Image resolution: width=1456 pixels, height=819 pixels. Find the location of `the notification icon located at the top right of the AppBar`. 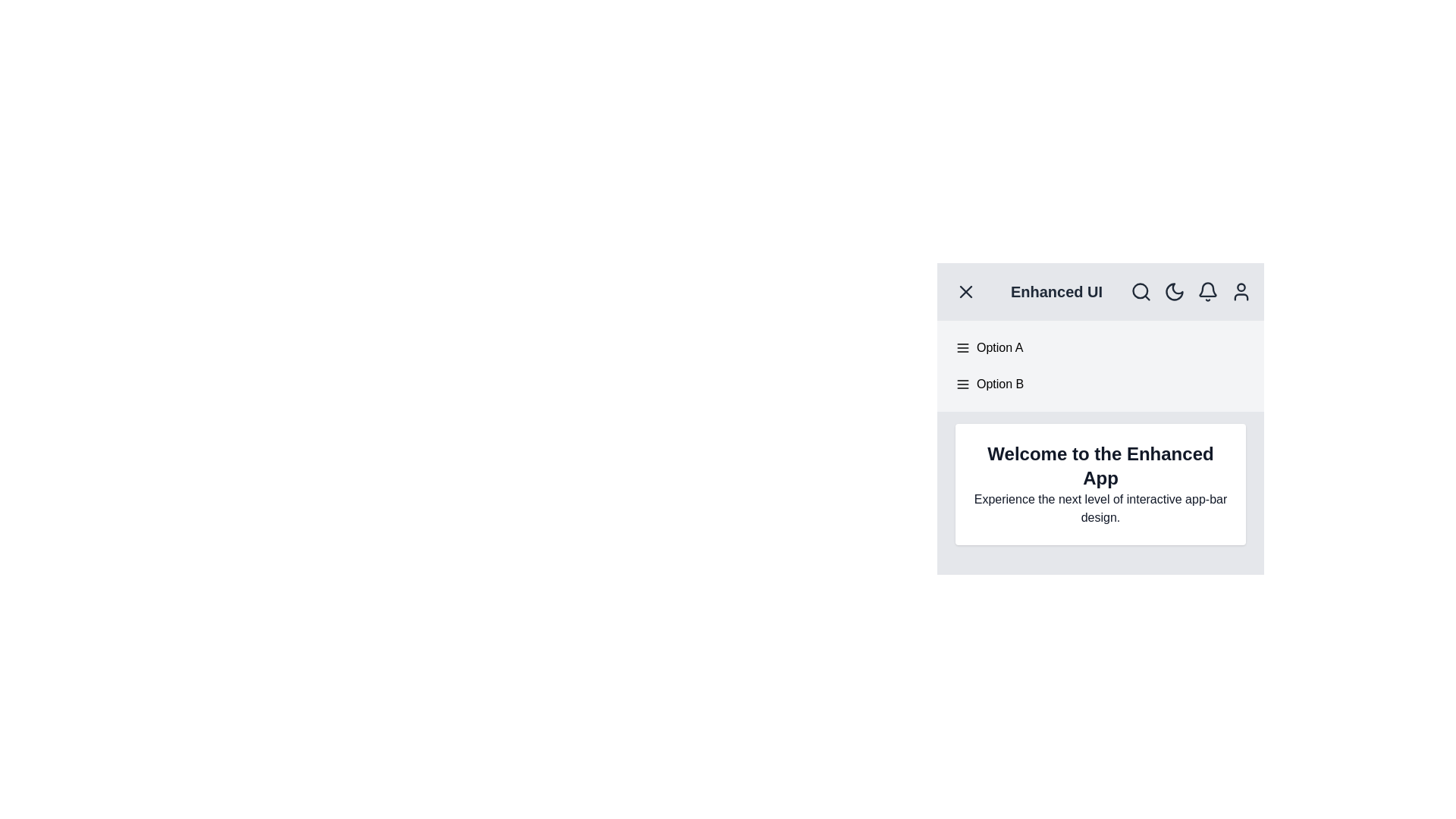

the notification icon located at the top right of the AppBar is located at coordinates (1207, 292).